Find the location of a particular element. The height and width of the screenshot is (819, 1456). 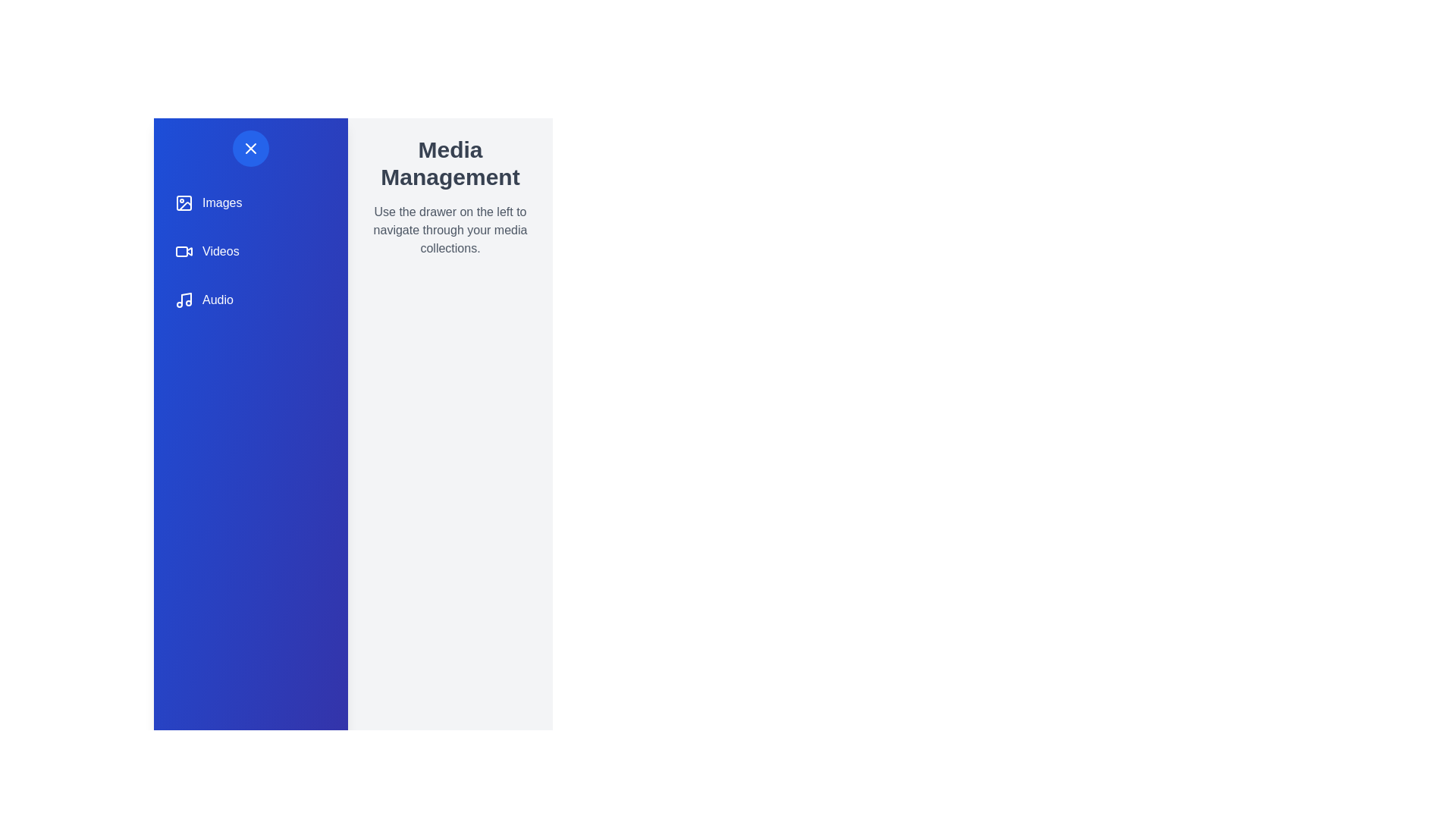

the text label 'Videos' styled with a white font on a blue background is located at coordinates (220, 250).